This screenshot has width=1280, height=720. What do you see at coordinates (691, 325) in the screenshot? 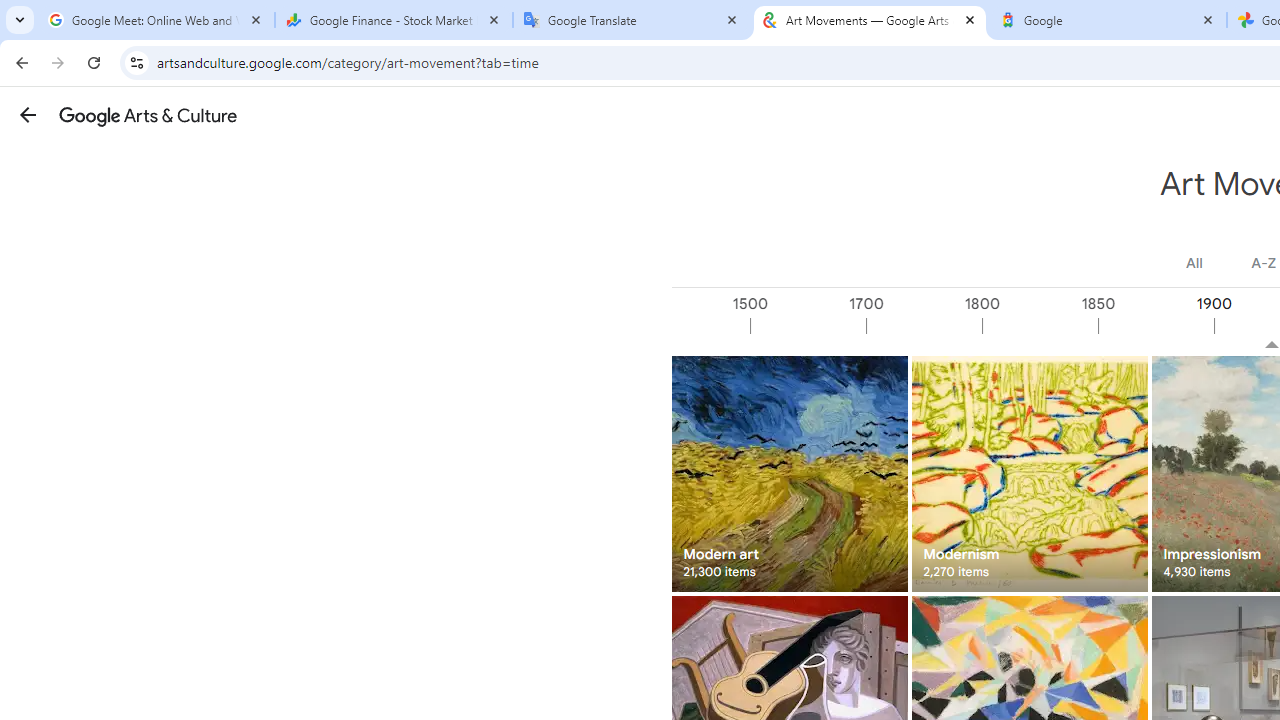
I see `'1000'` at bounding box center [691, 325].